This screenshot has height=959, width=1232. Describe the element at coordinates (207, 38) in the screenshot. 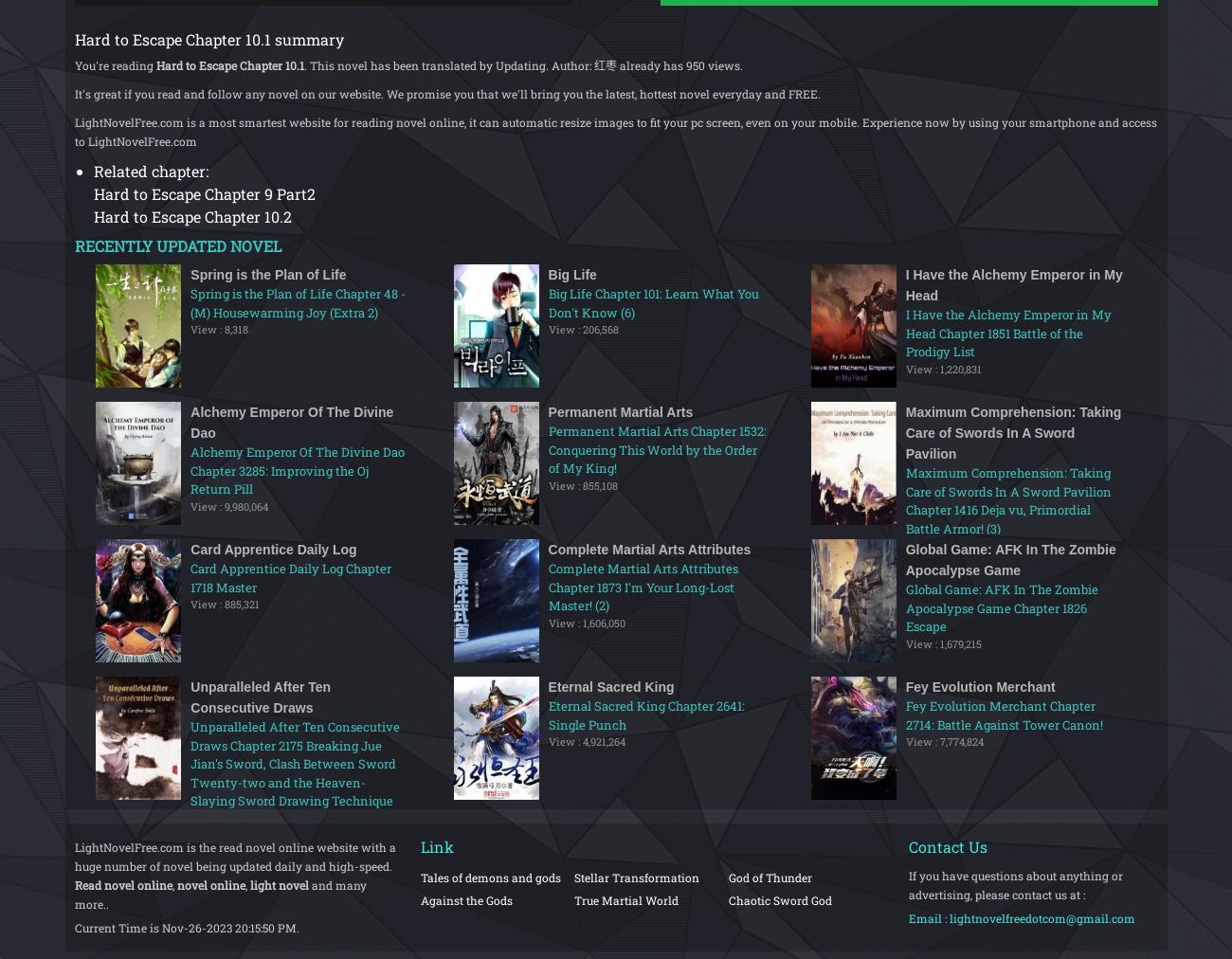

I see `'Hard to Escape Chapter 10.1 summary'` at that location.